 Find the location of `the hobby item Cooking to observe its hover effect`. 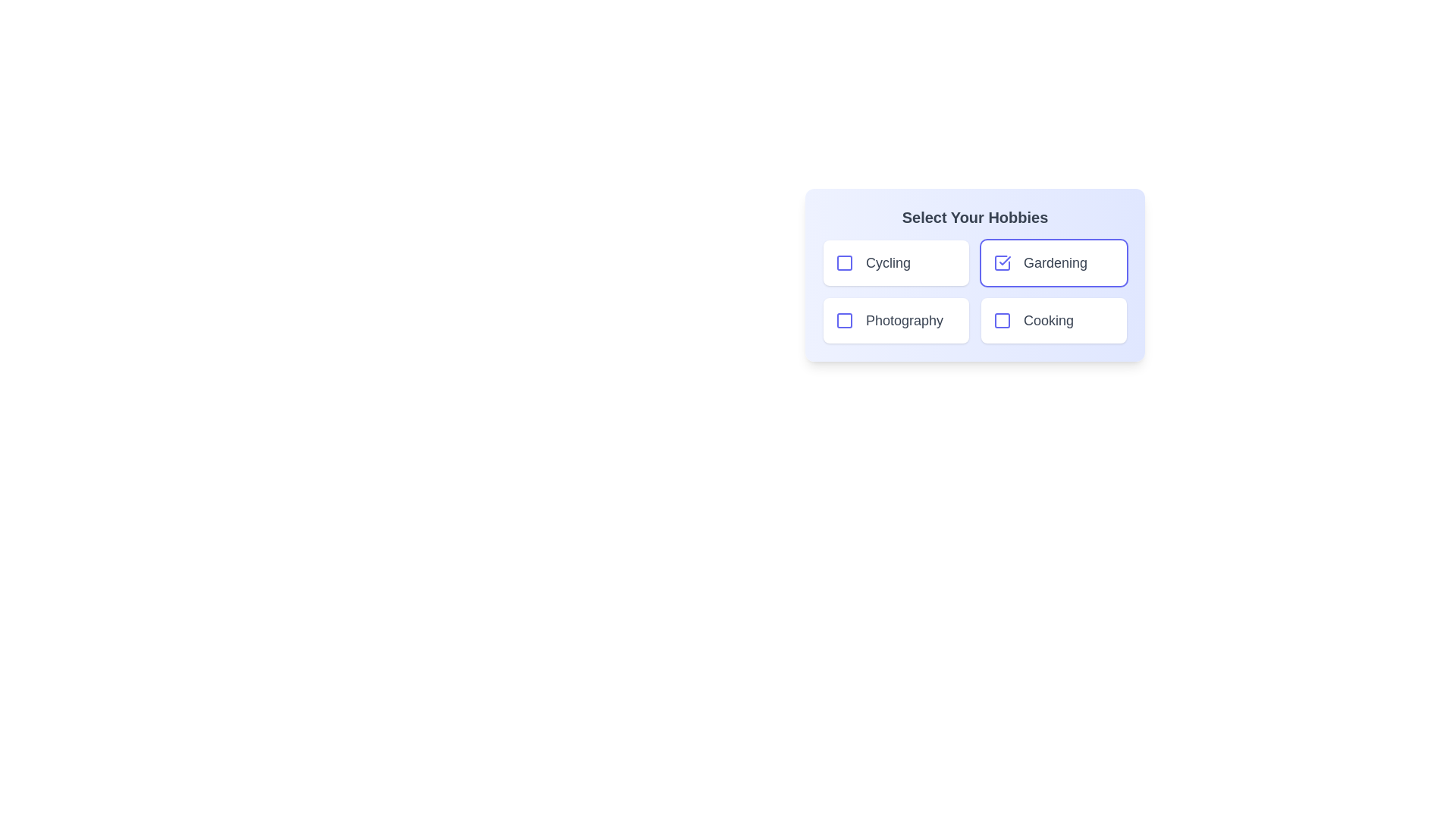

the hobby item Cooking to observe its hover effect is located at coordinates (1053, 320).